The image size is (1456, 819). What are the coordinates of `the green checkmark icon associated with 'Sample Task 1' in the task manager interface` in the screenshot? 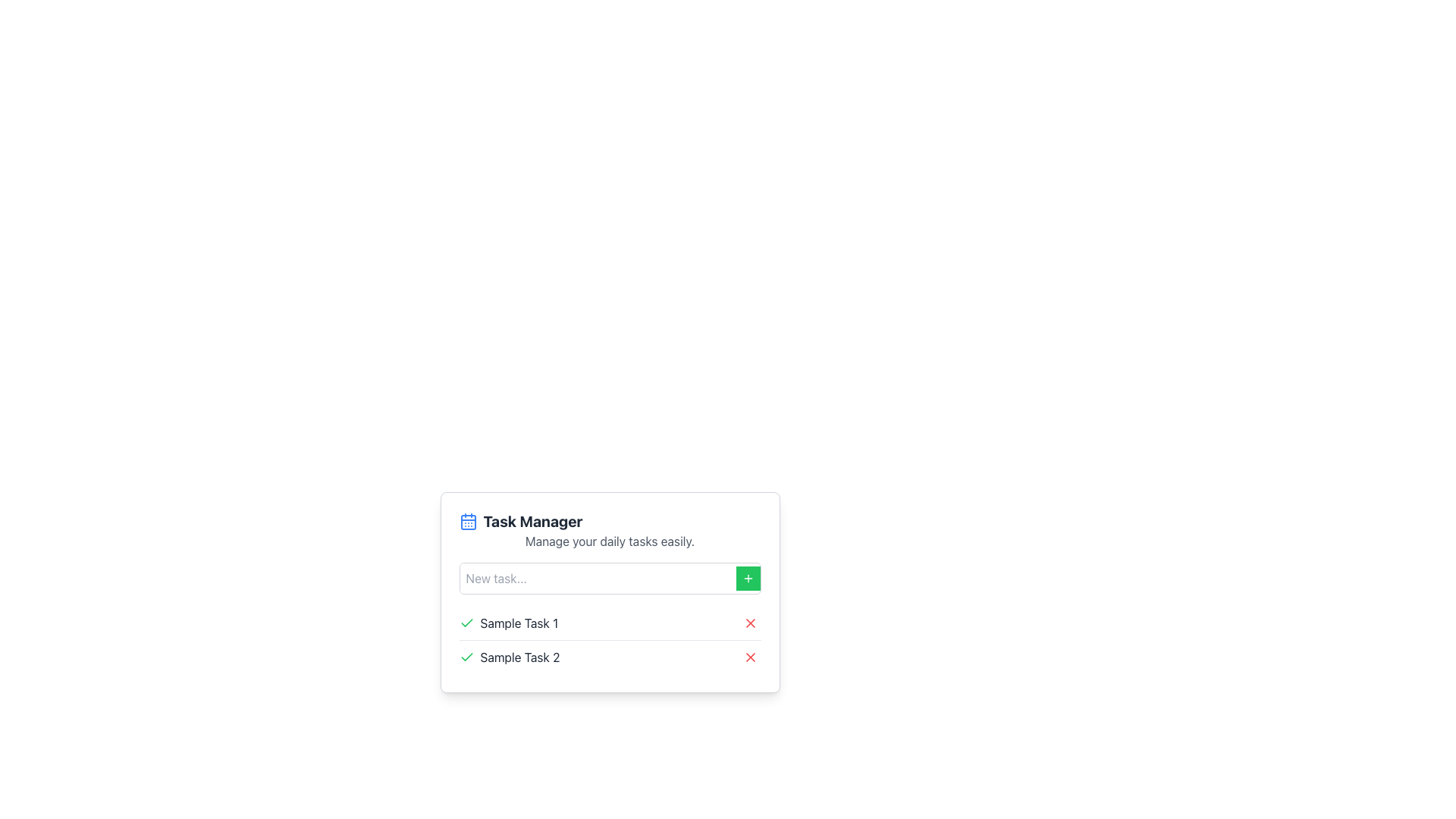 It's located at (466, 656).